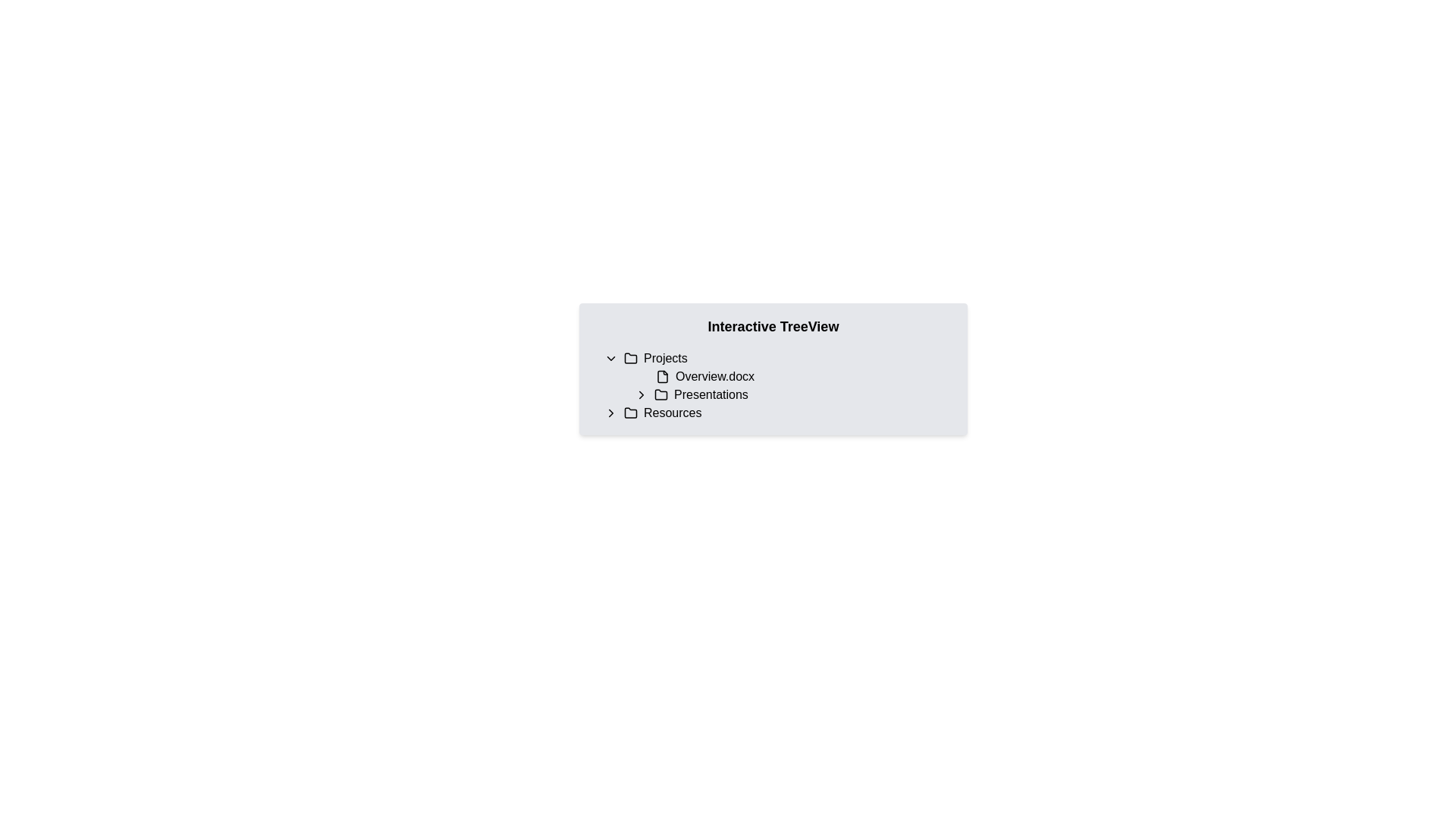 This screenshot has height=819, width=1456. Describe the element at coordinates (789, 394) in the screenshot. I see `the TreeView Item named 'Presentations', which is the second entry under the 'Projects' node in the tree view` at that location.